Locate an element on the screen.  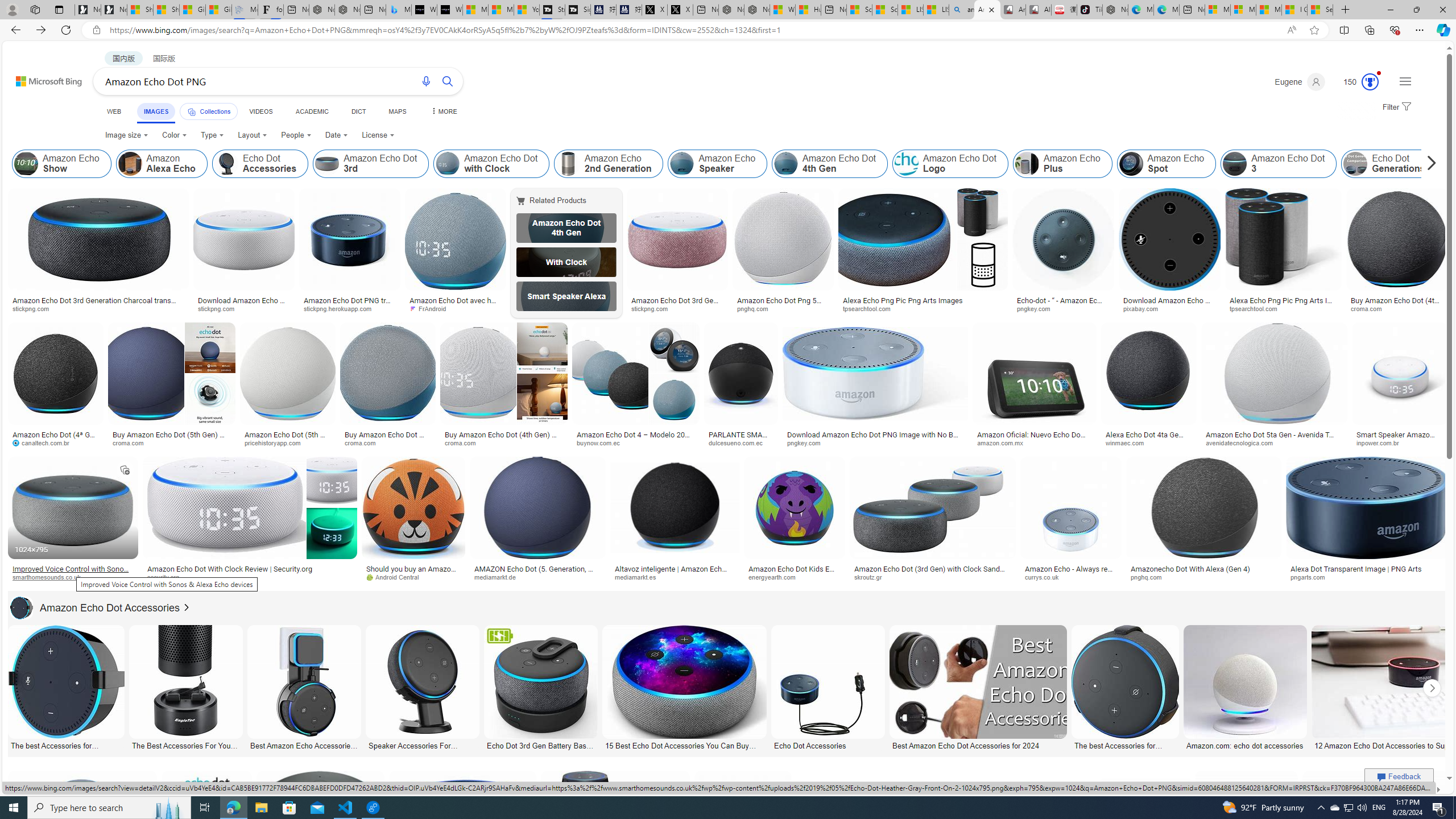
'Nordace - Summer Adventures 2024' is located at coordinates (756, 9).